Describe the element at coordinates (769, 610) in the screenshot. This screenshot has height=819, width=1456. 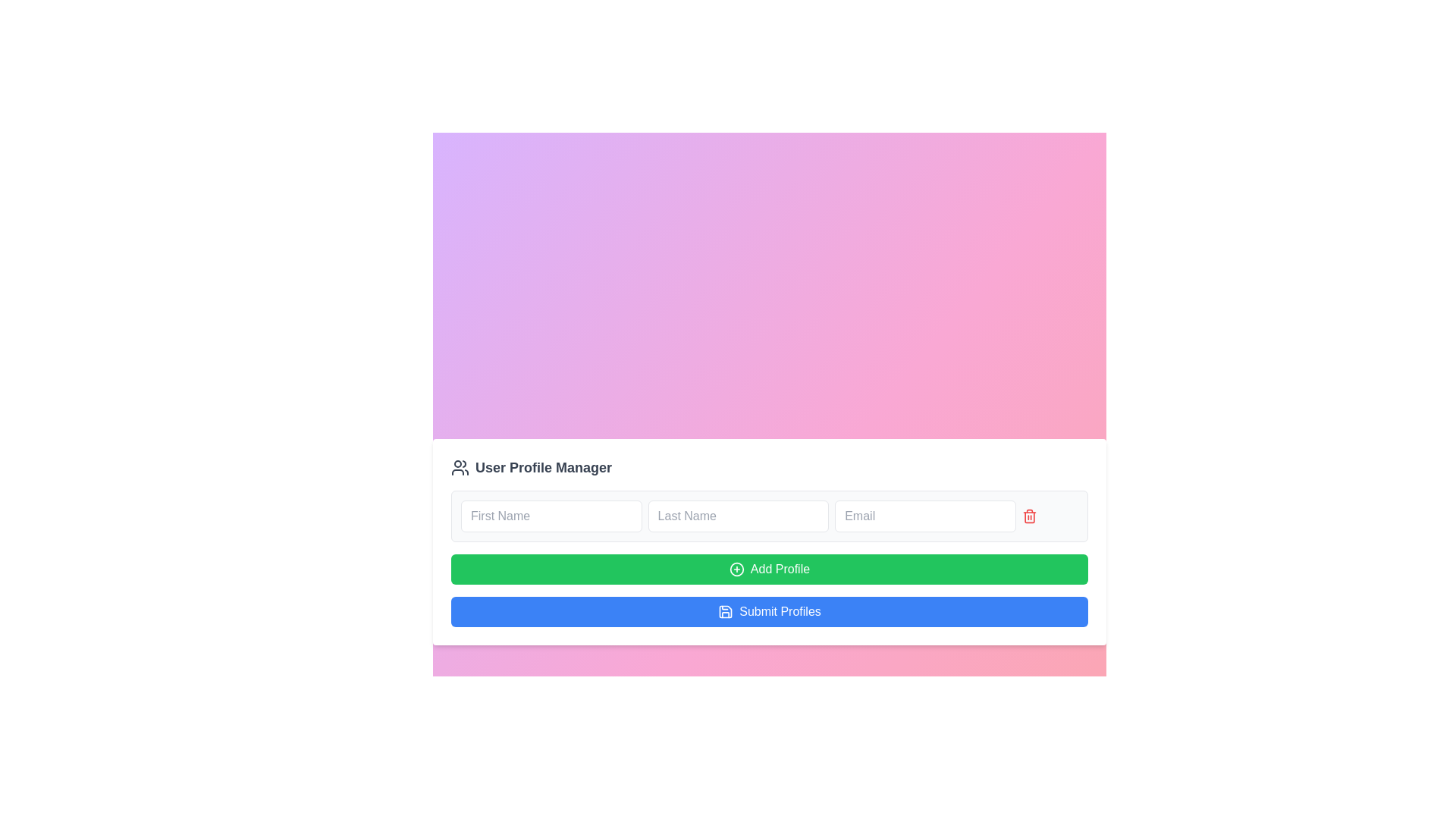
I see `the blue rounded button labeled 'Submit Profiles' to activate hover effects such as color change` at that location.